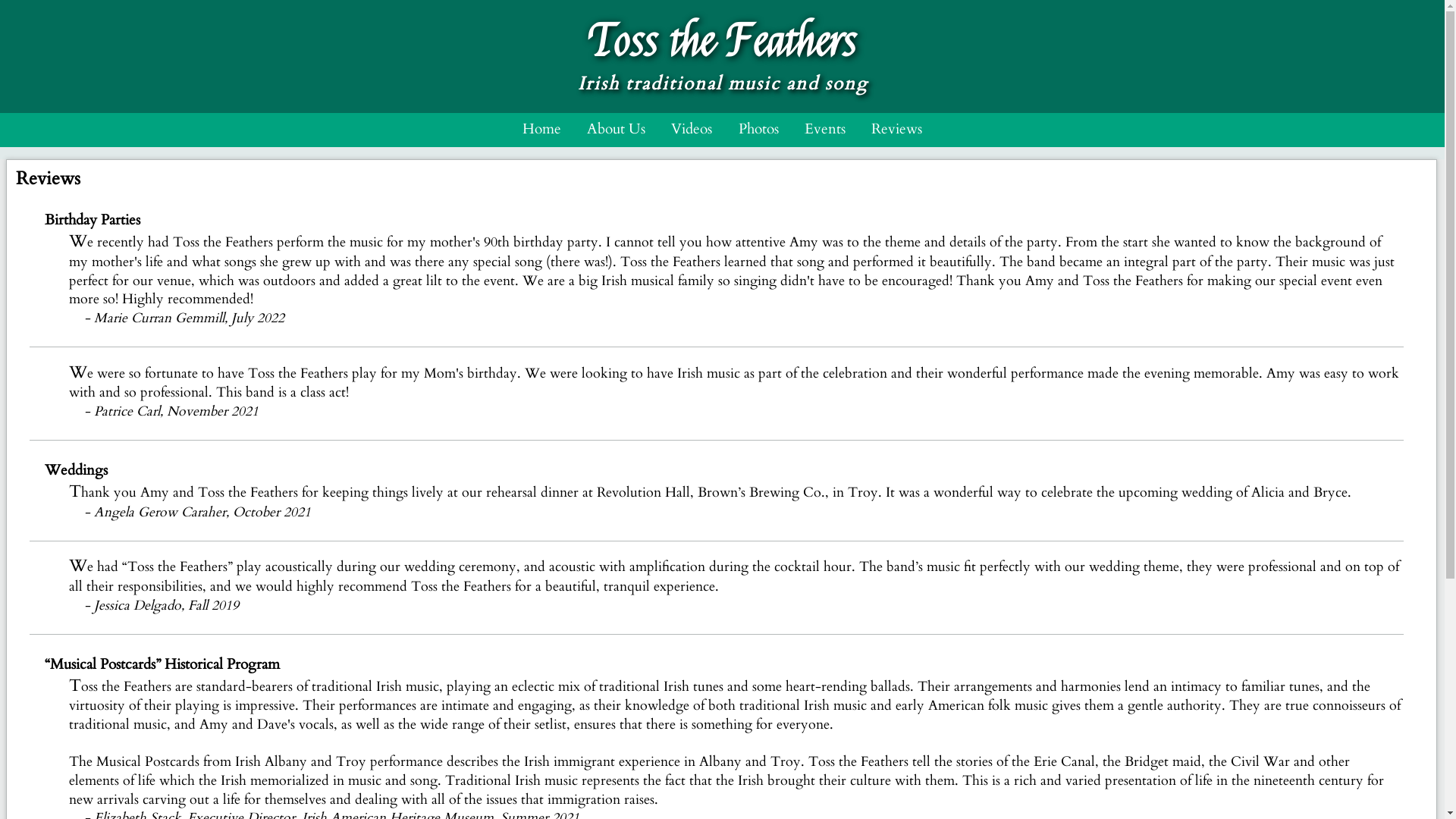 The image size is (1456, 819). I want to click on 'Videos', so click(691, 127).